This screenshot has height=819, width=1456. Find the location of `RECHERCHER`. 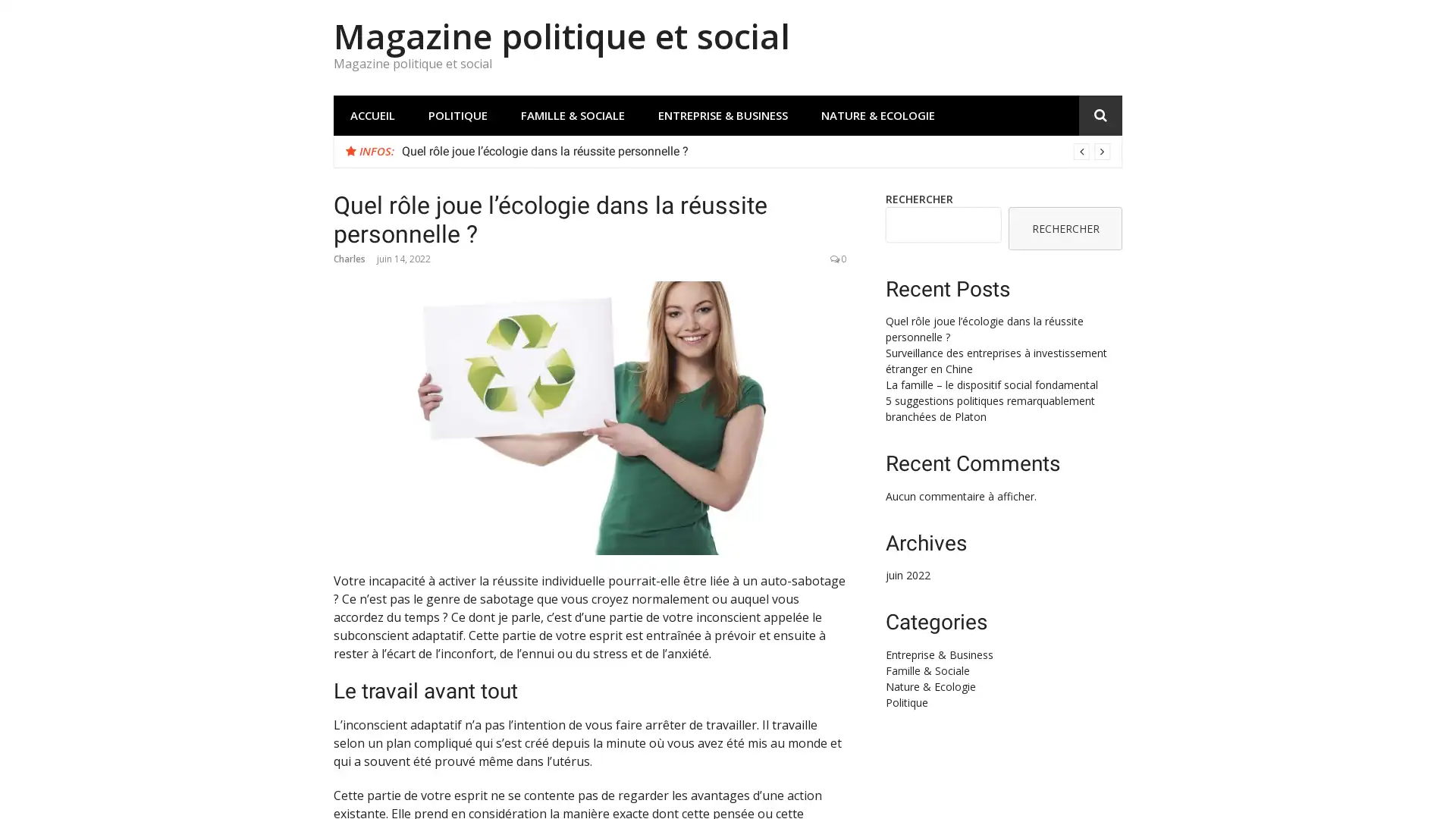

RECHERCHER is located at coordinates (1065, 227).